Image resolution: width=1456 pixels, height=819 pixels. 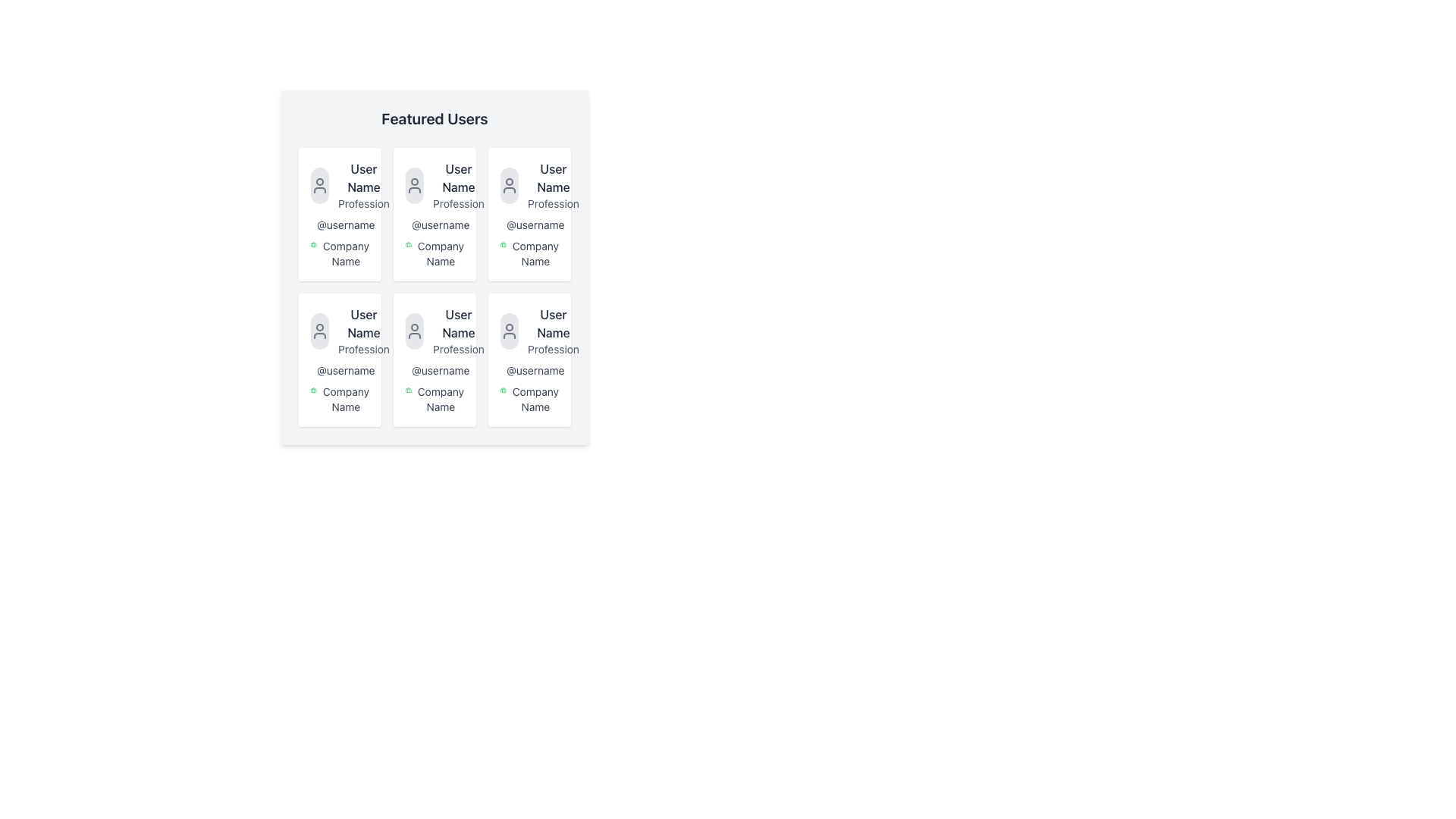 What do you see at coordinates (434, 399) in the screenshot?
I see `the Text label displaying the company name in the user card located in the 'Featured Users' section, positioned below the username and profession details` at bounding box center [434, 399].